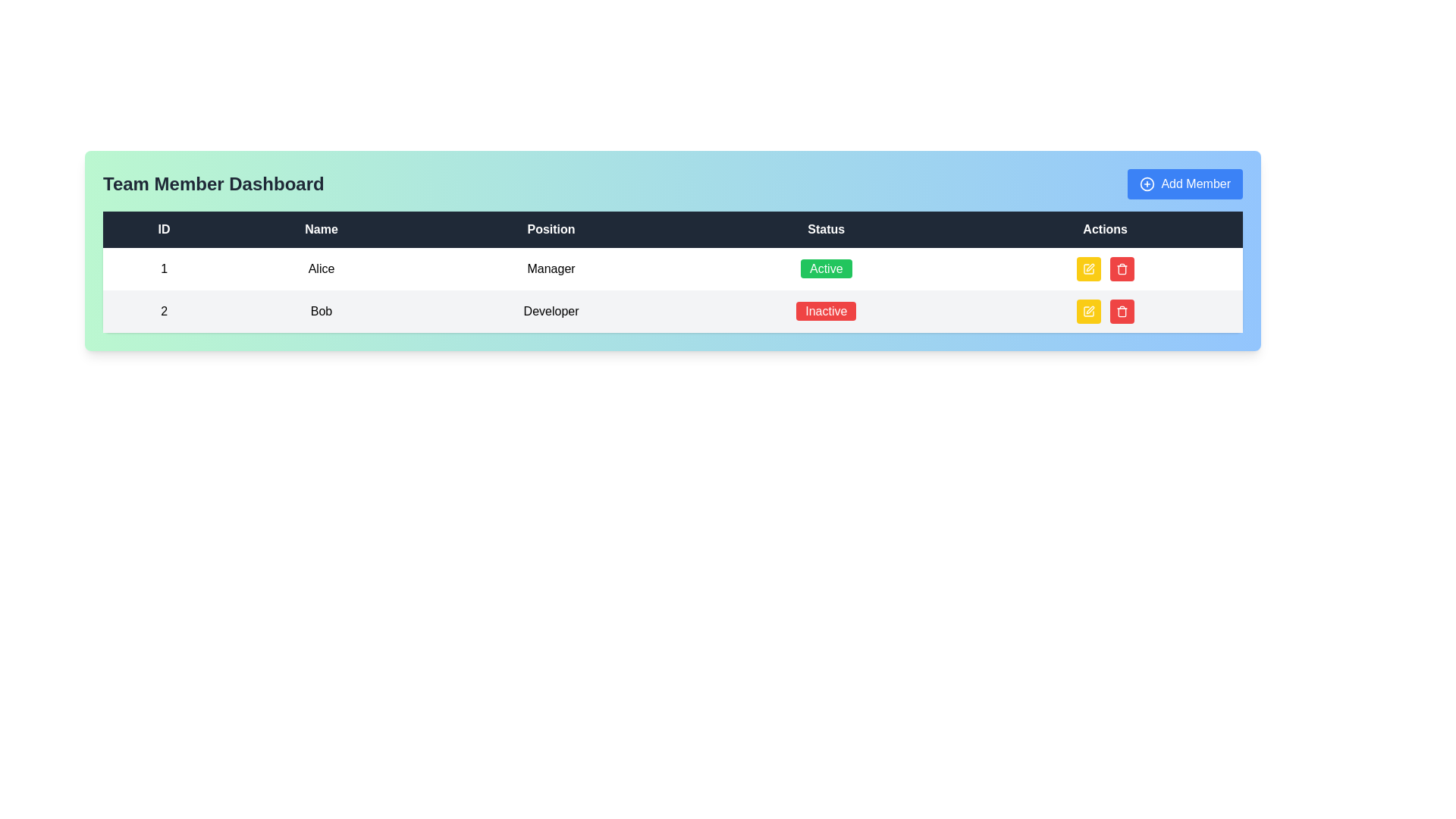  Describe the element at coordinates (825, 268) in the screenshot. I see `the 'Active' text label with a white font on a green background, located in the Status column of the first row in the table` at that location.